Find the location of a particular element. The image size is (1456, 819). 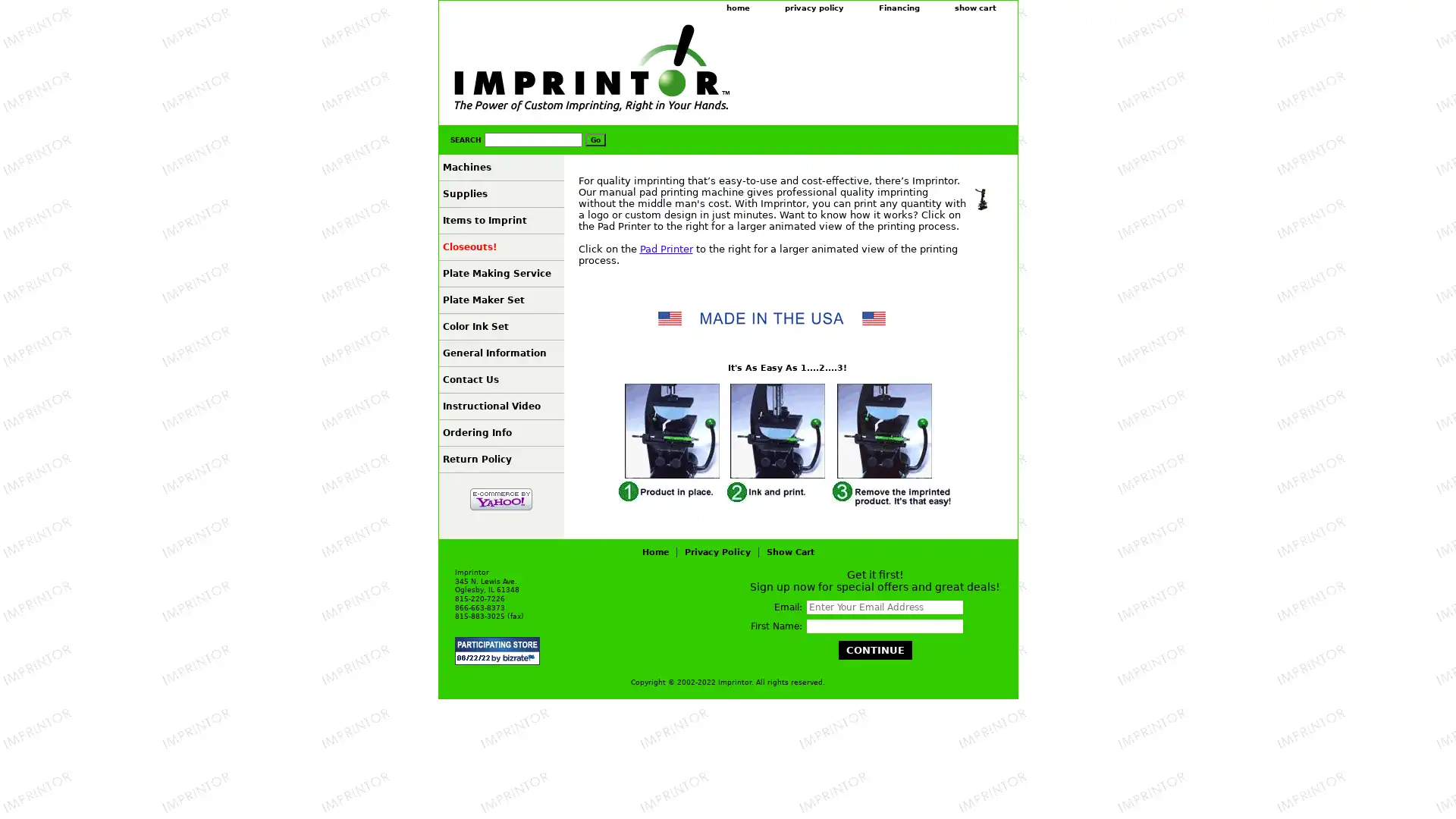

Continue is located at coordinates (874, 649).